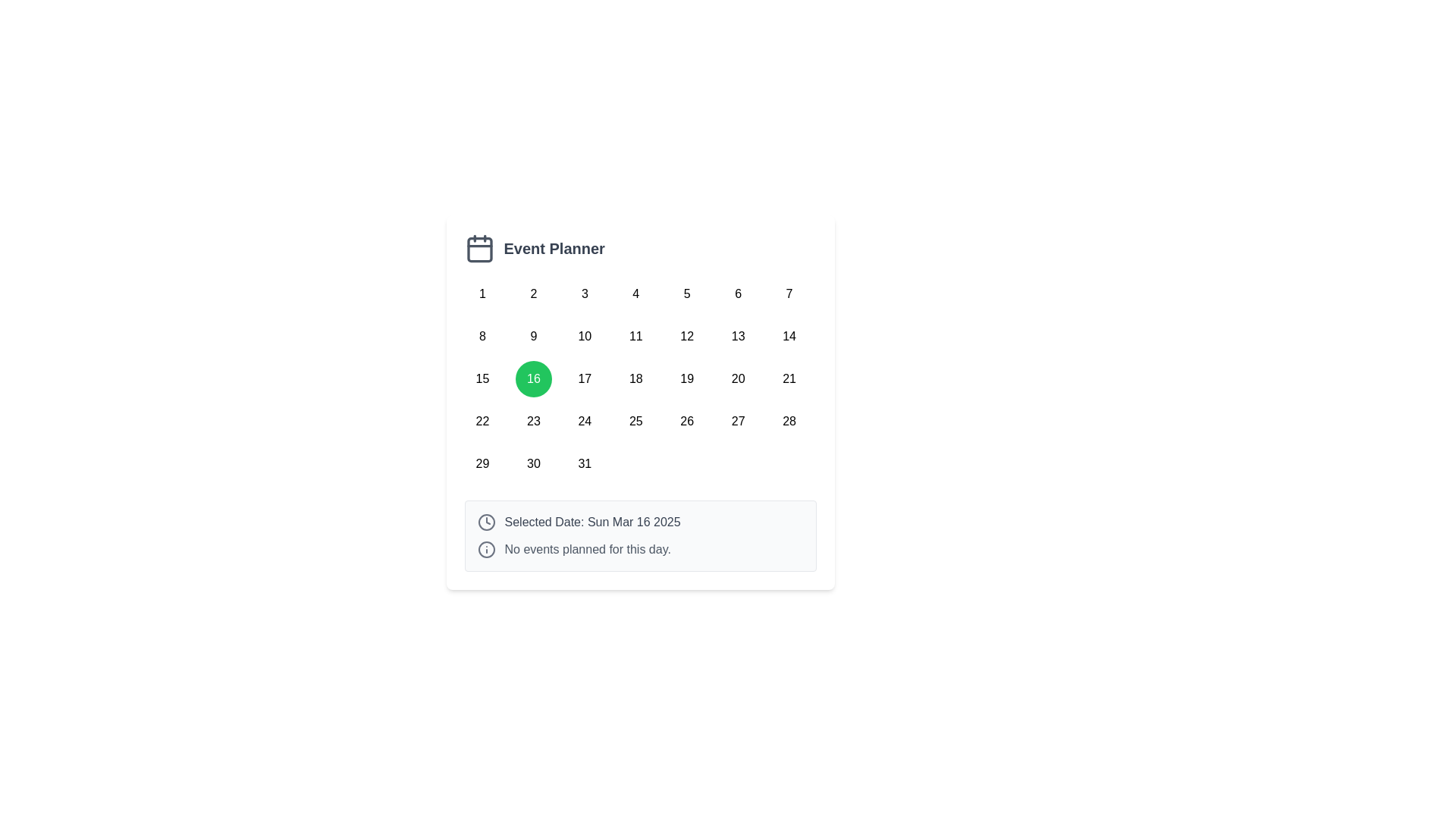 This screenshot has height=819, width=1456. I want to click on the clock icon, which is a gray circular icon with thin intersecting lines representing the time, located at the leftmost side of the row displaying 'Selected Date: Sun Mar 16 2025', so click(486, 522).